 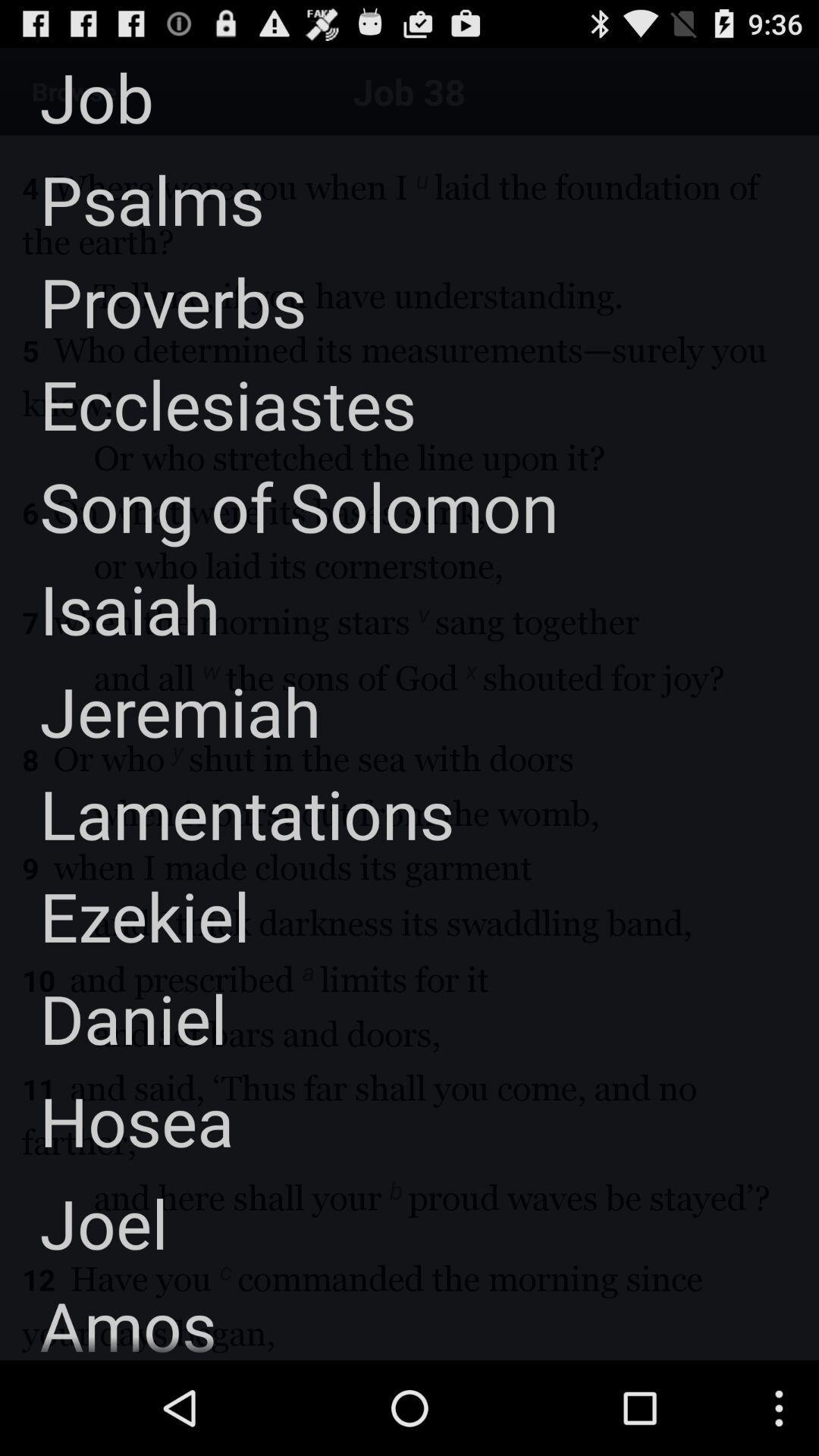 I want to click on the lamentations icon, so click(x=227, y=812).